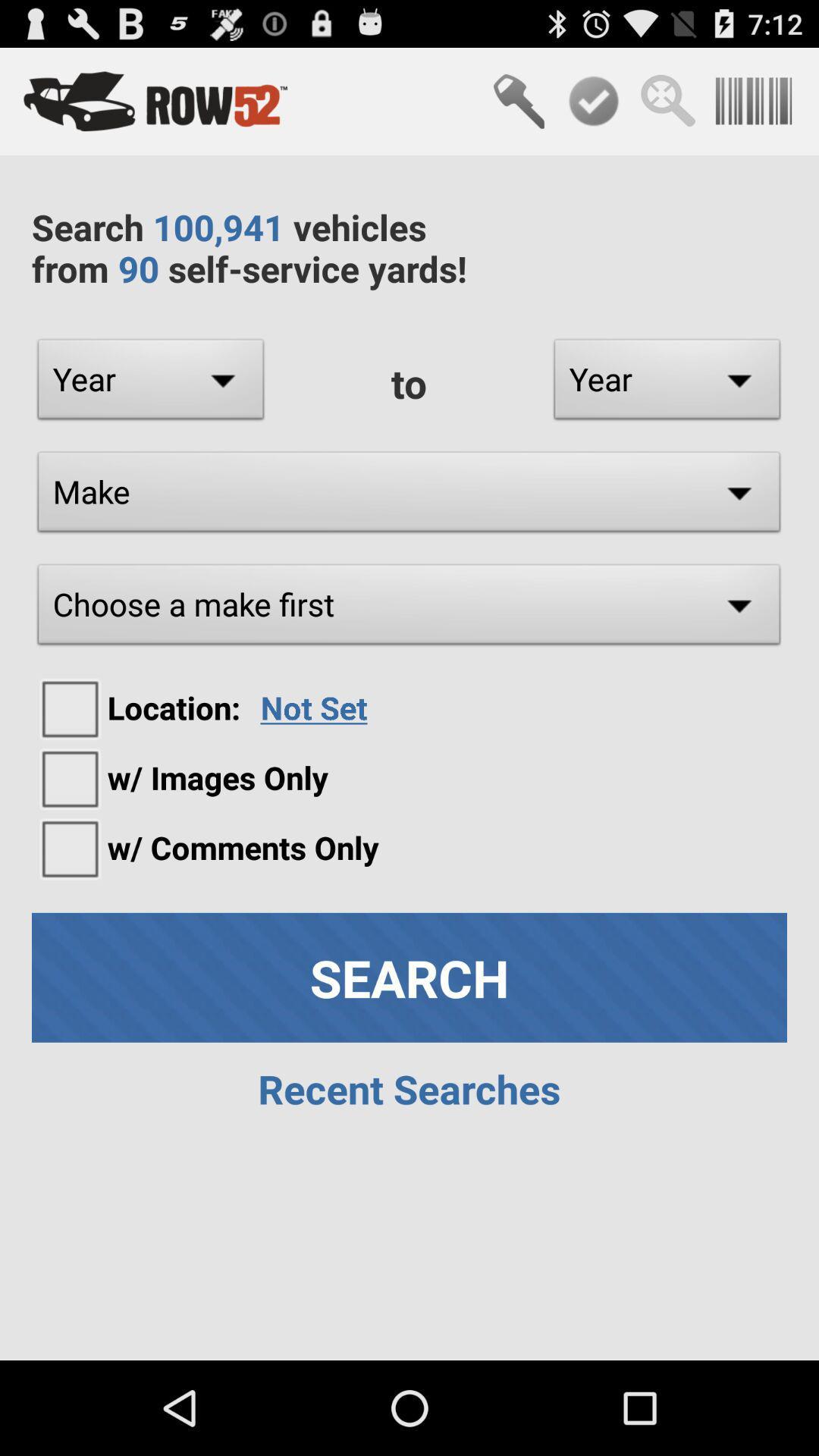 The height and width of the screenshot is (1456, 819). What do you see at coordinates (593, 108) in the screenshot?
I see `the check icon` at bounding box center [593, 108].